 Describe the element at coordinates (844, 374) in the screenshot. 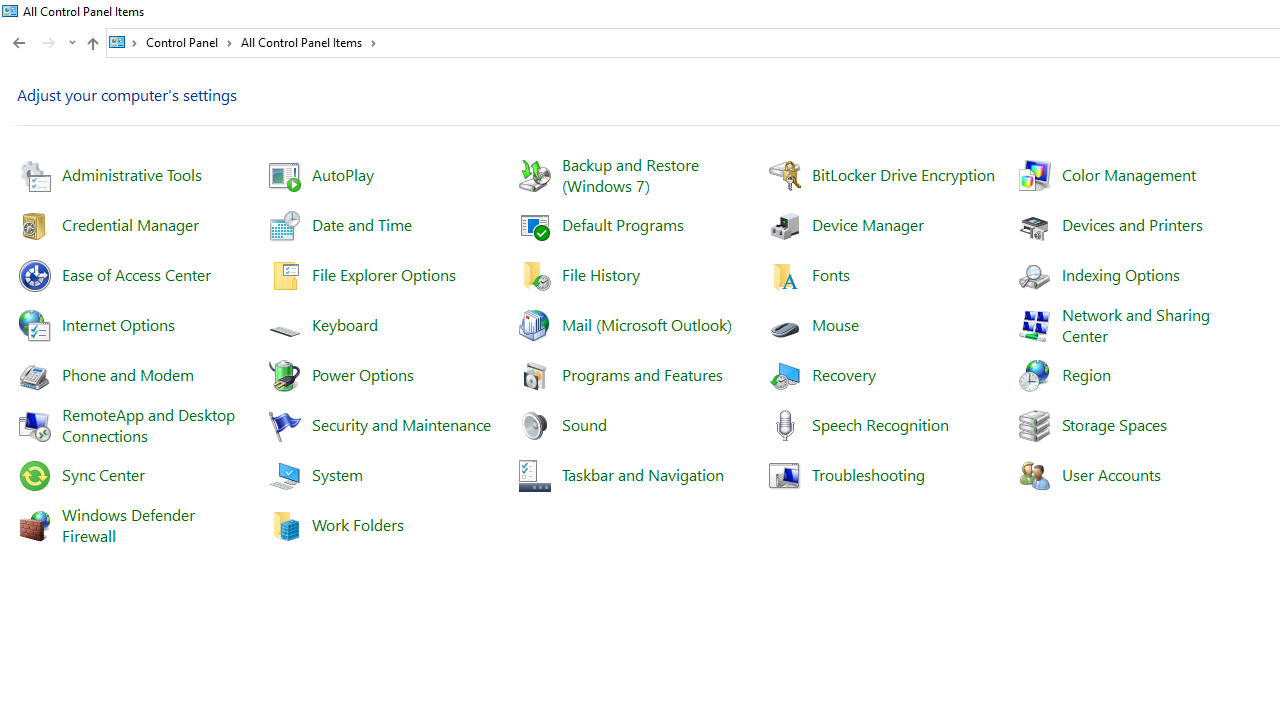

I see `'Recovery'` at that location.